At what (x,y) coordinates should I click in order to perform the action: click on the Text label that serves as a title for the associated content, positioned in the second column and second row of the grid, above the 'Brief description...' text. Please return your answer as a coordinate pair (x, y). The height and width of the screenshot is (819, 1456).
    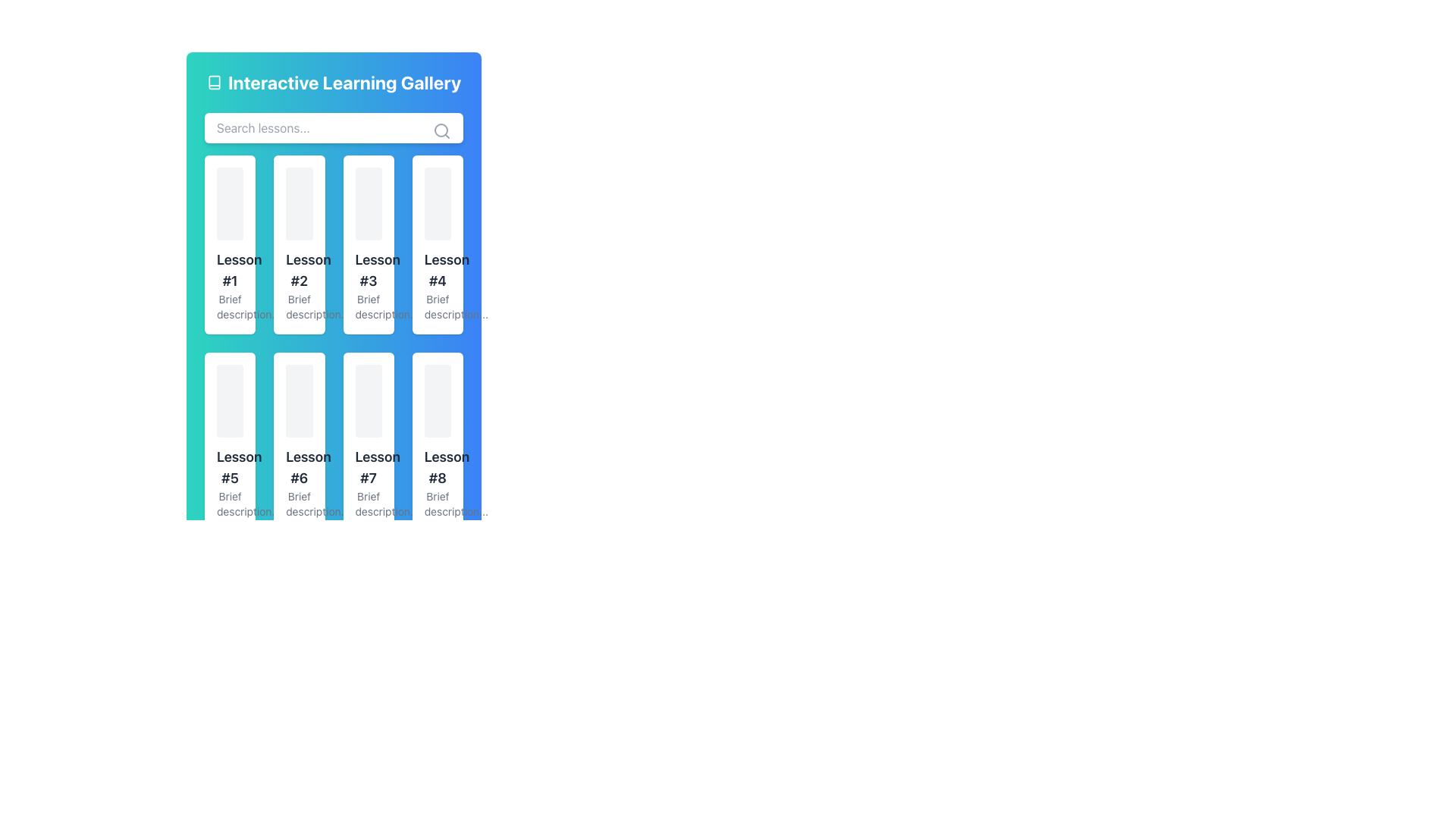
    Looking at the image, I should click on (437, 270).